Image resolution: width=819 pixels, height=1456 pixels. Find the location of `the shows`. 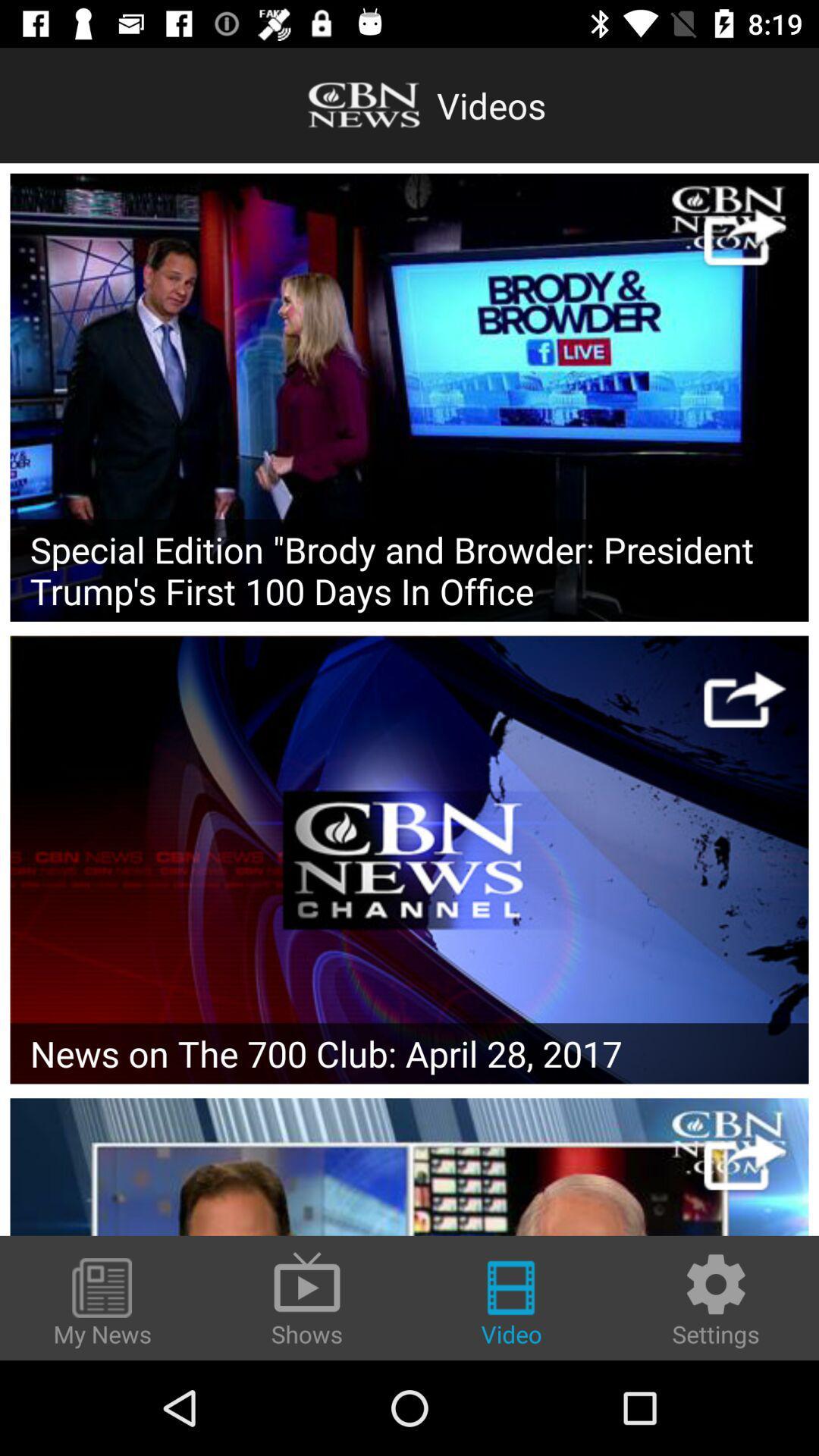

the shows is located at coordinates (307, 1297).